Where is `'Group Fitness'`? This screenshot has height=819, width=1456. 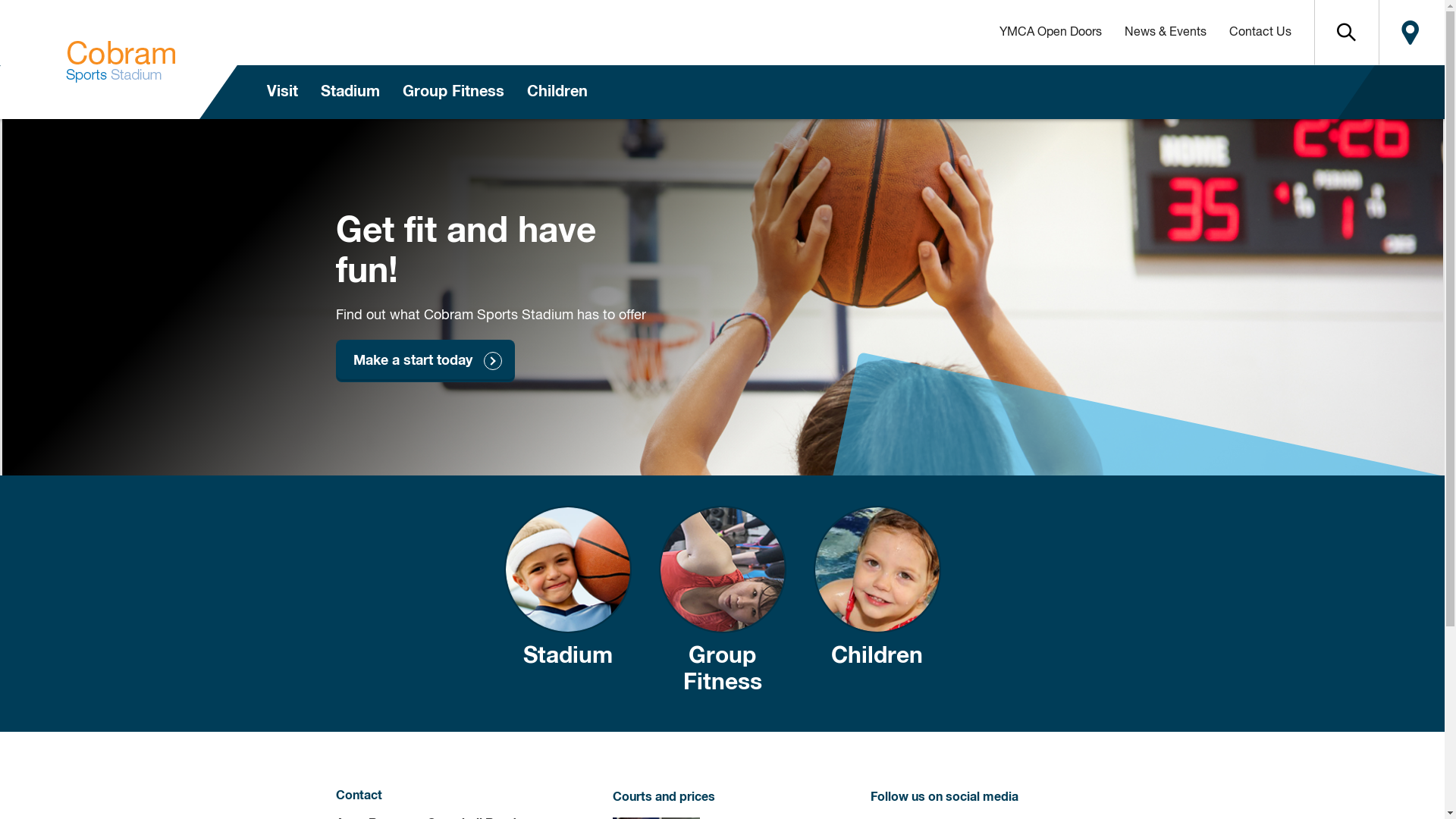
'Group Fitness' is located at coordinates (720, 602).